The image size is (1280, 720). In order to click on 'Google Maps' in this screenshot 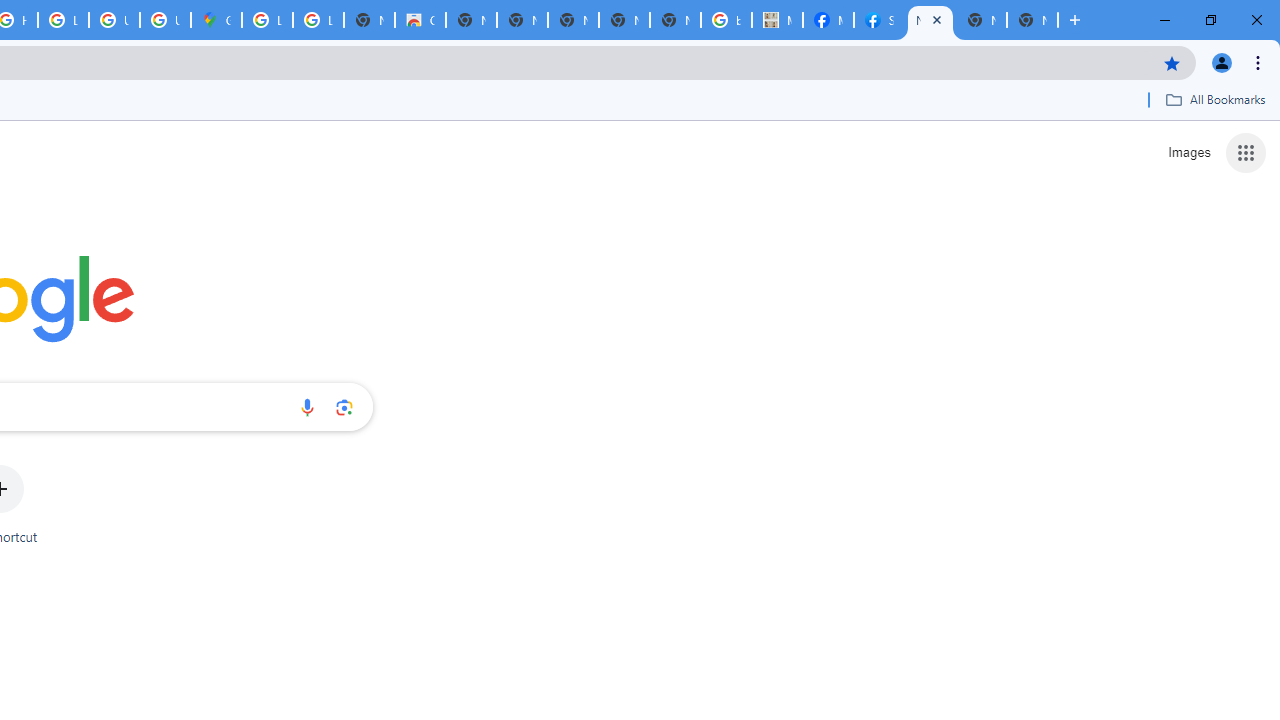, I will do `click(216, 20)`.